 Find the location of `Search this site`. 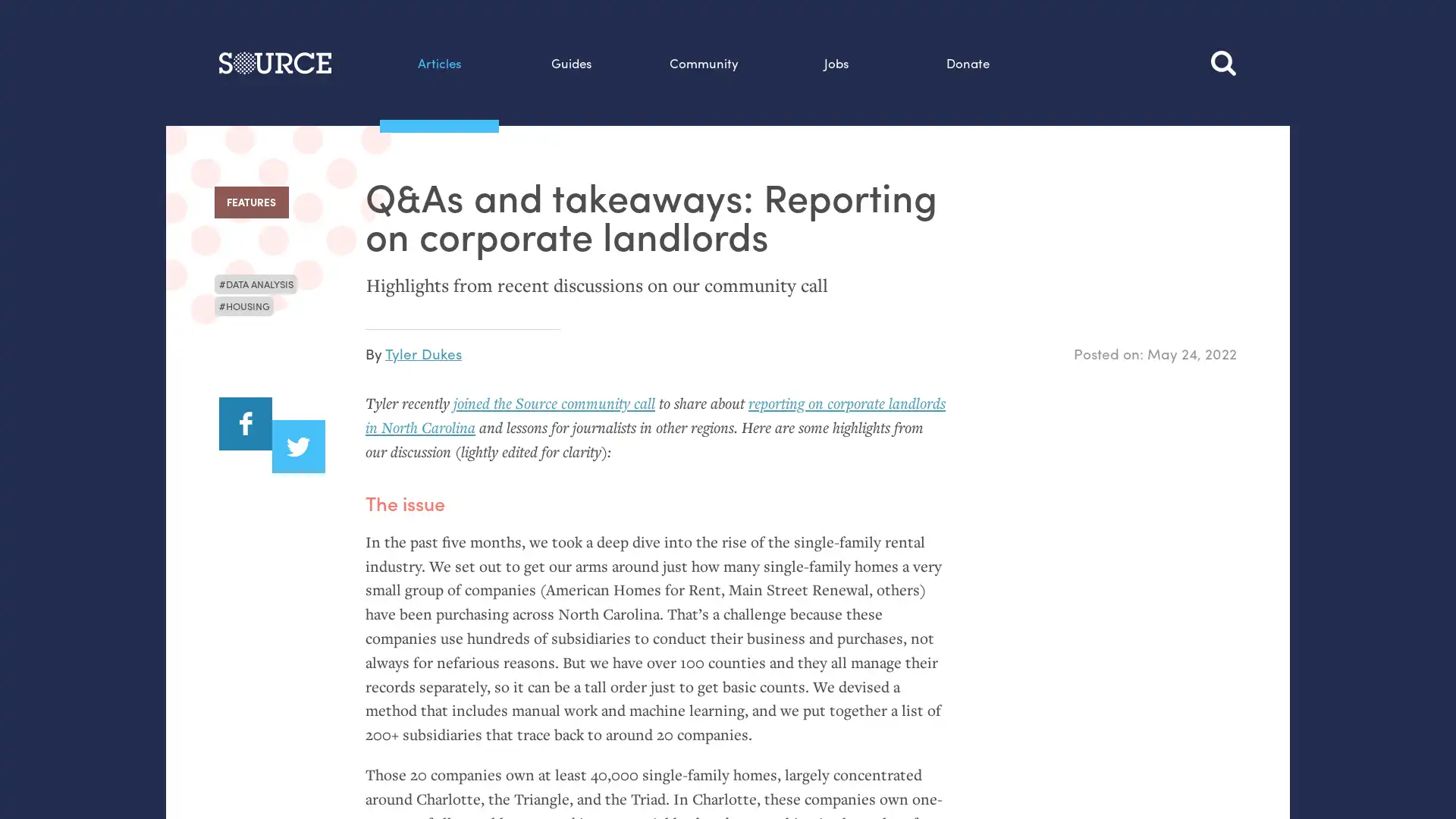

Search this site is located at coordinates (165, 125).